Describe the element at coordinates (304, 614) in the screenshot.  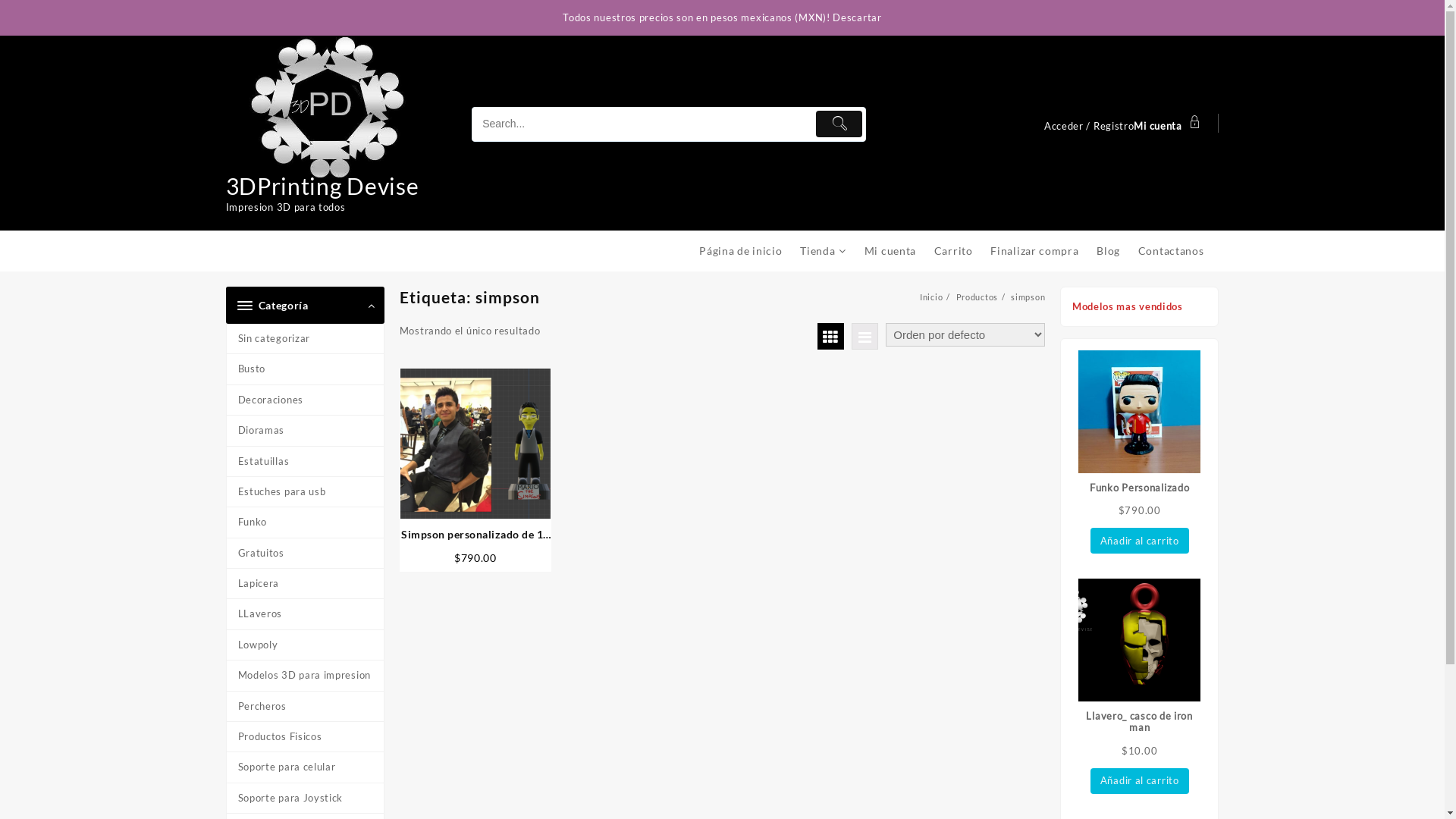
I see `'LLaveros'` at that location.